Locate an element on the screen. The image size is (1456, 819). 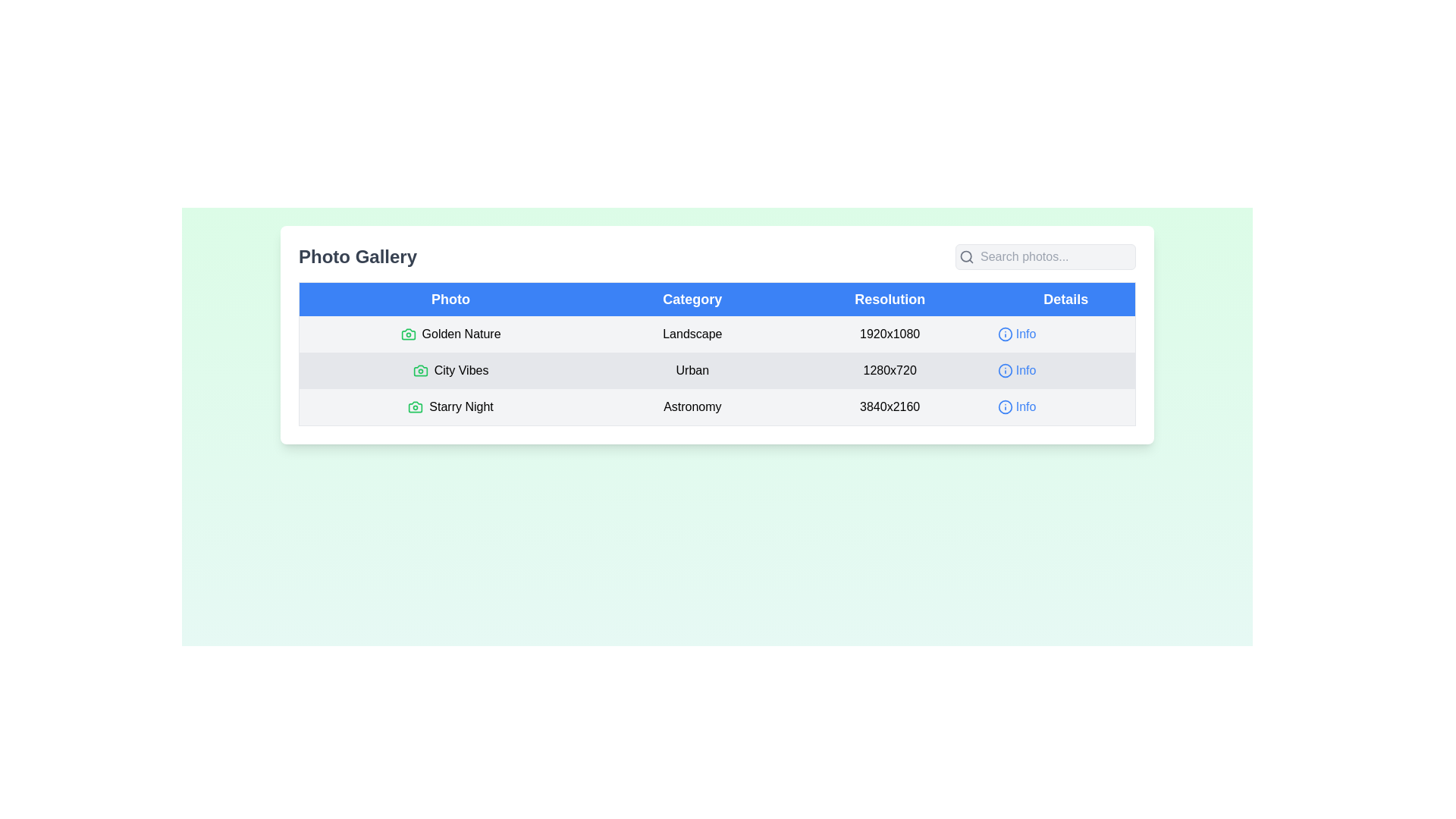
the camera icon with a green outline located to the left of the text 'Starry Night' in the last row of the table is located at coordinates (416, 406).